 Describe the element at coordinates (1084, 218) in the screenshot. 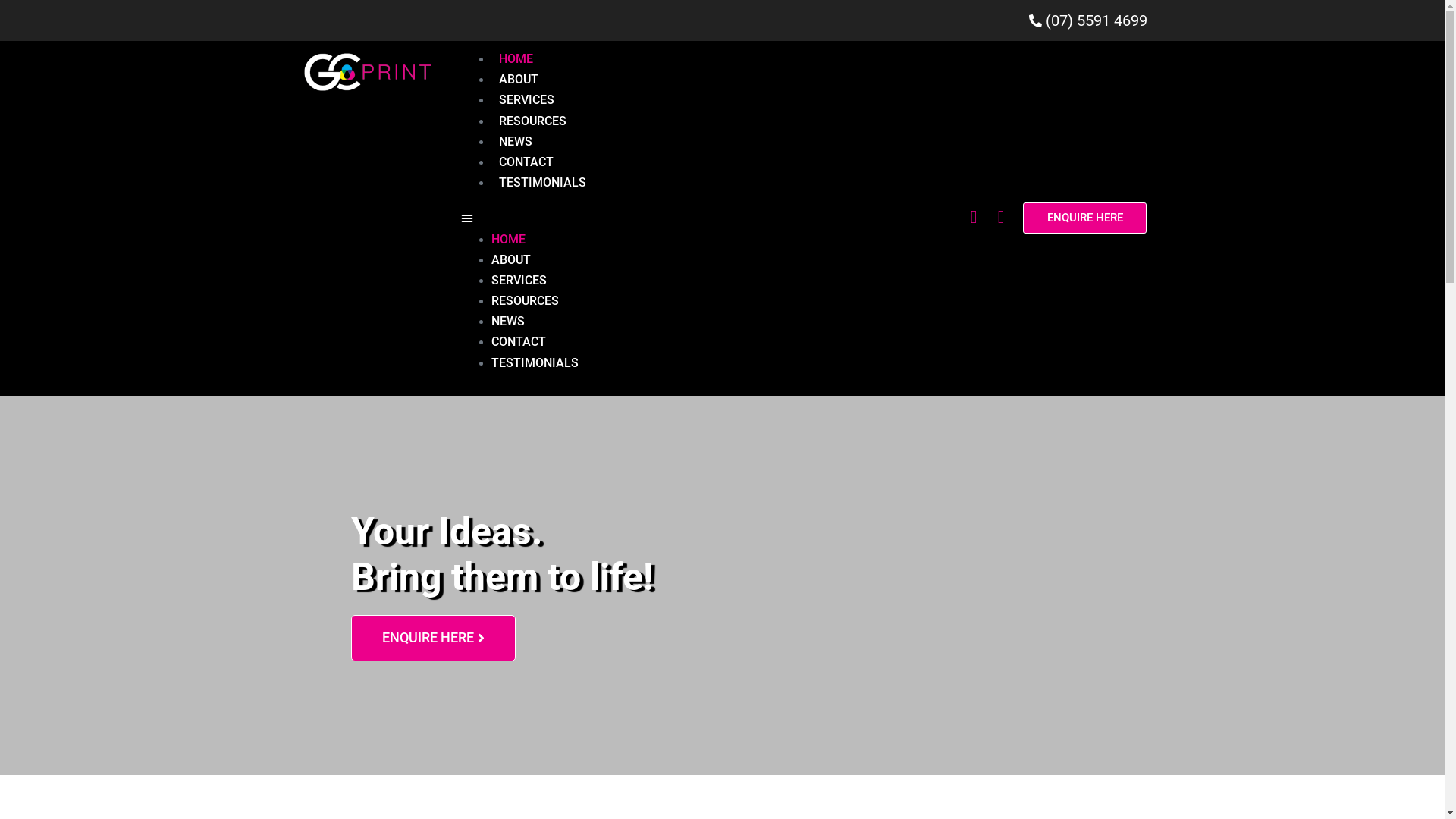

I see `'ENQUIRE HERE'` at that location.